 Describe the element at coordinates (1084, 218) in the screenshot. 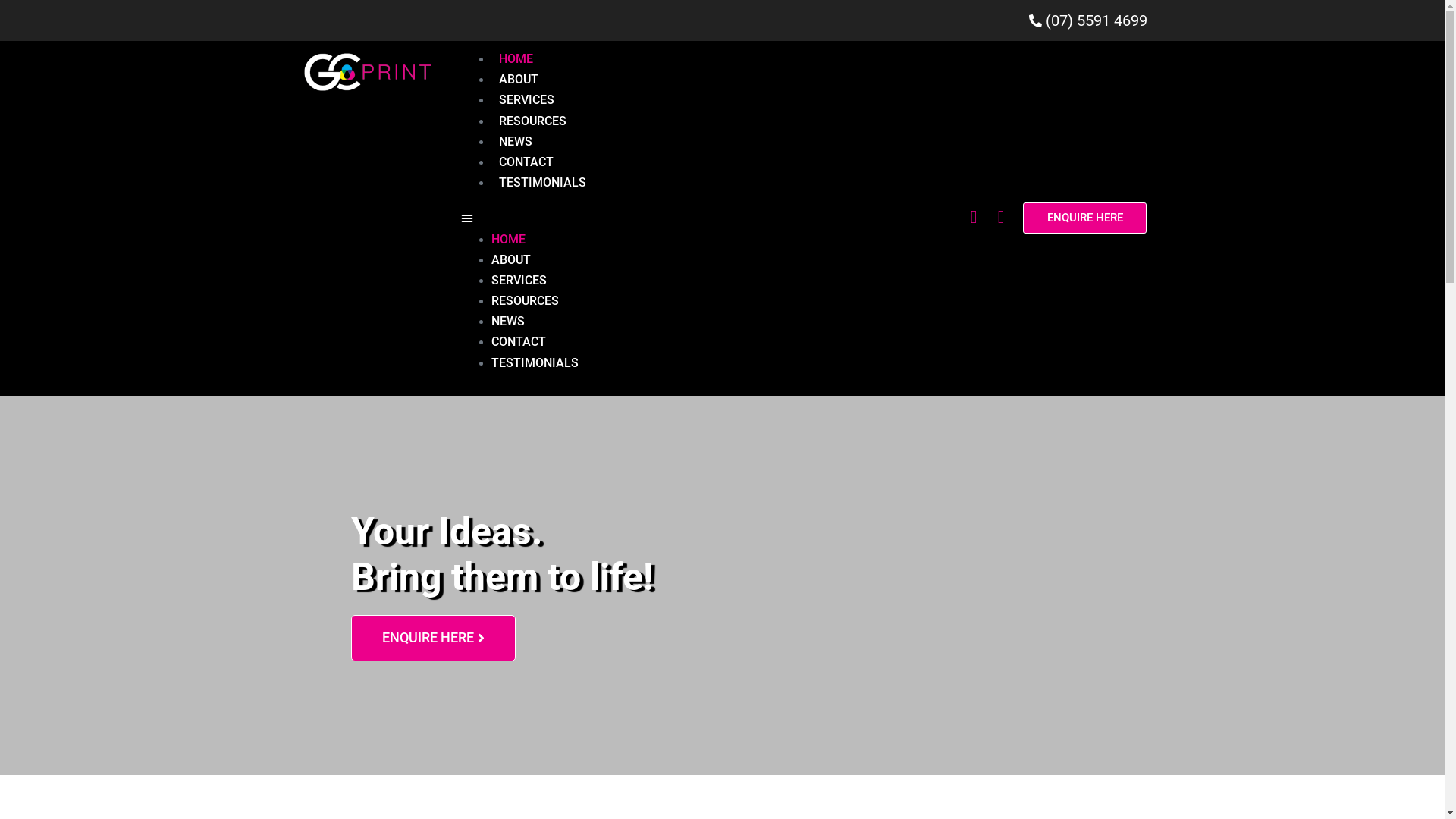

I see `'ENQUIRE HERE'` at that location.